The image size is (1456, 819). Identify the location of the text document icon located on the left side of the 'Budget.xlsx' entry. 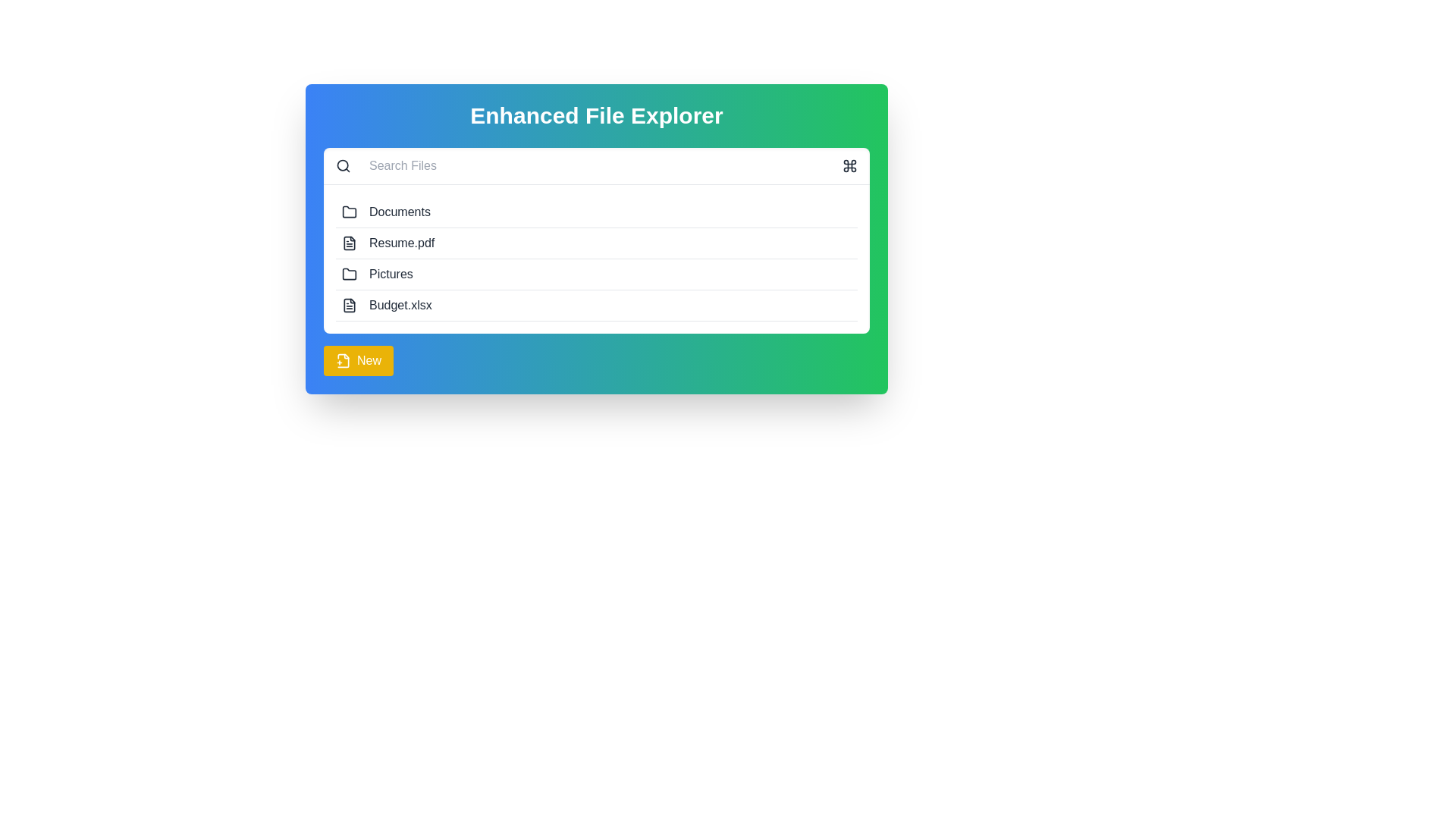
(348, 305).